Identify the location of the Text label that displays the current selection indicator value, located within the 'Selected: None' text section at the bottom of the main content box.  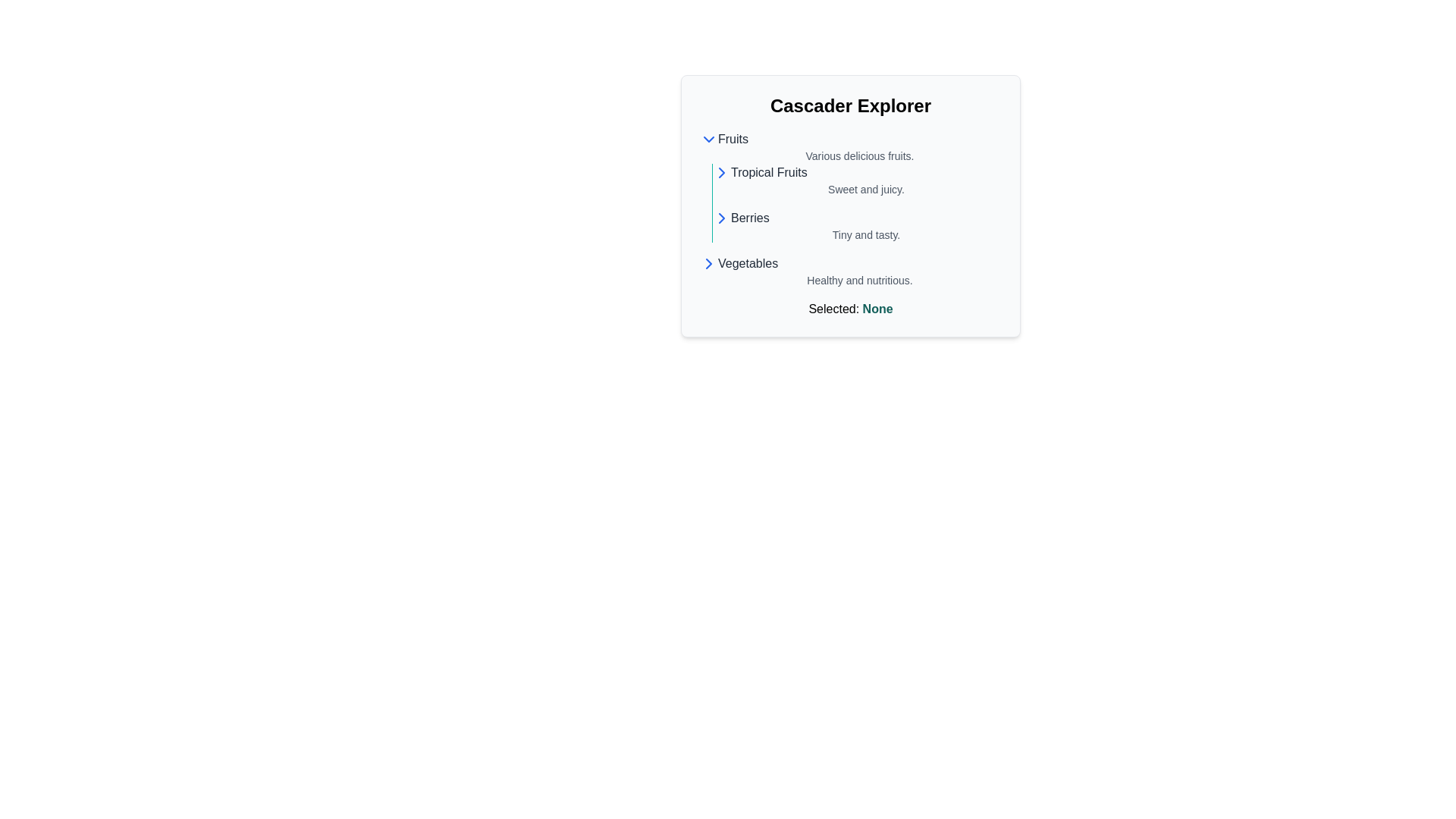
(877, 308).